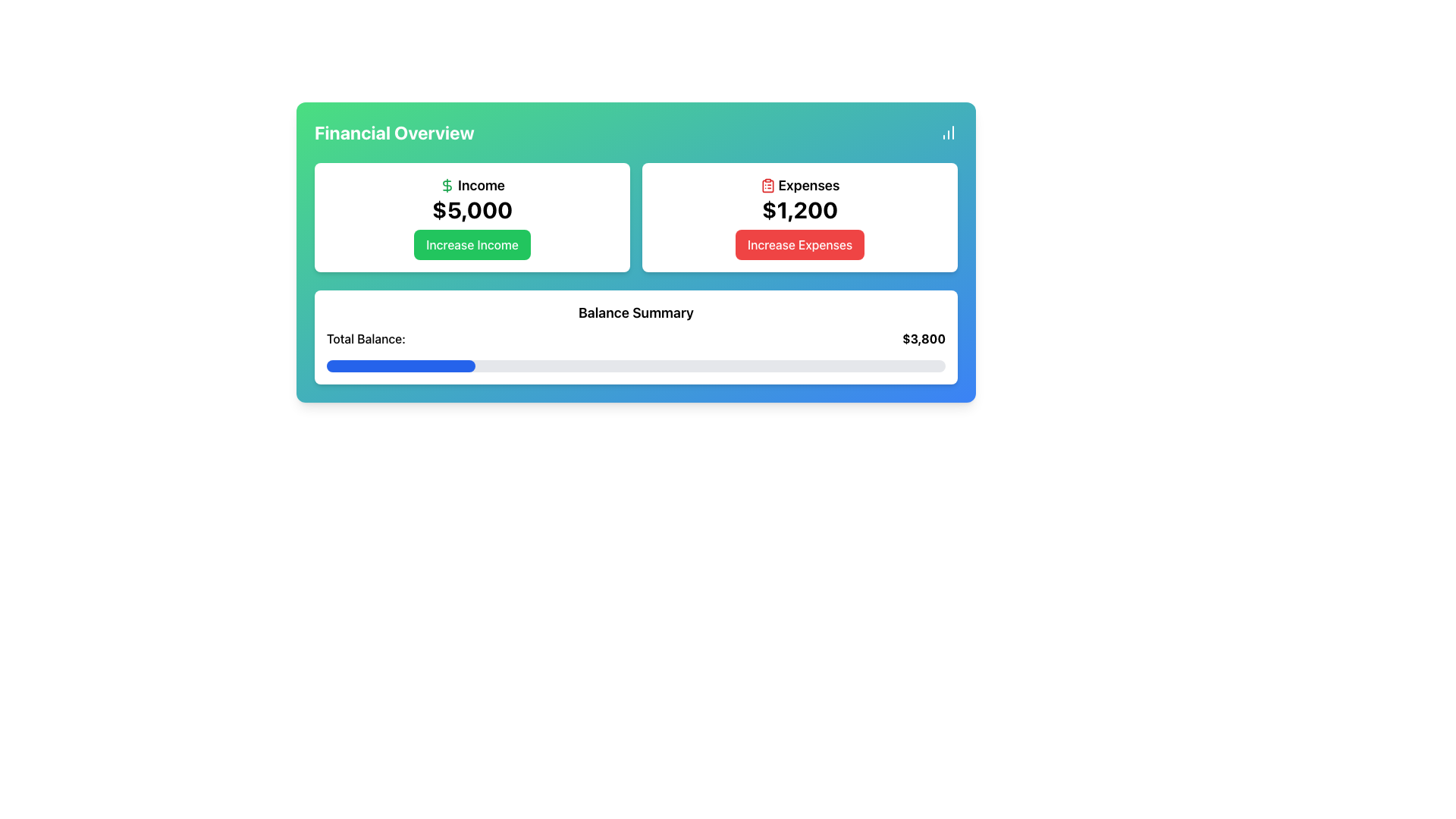 The width and height of the screenshot is (1456, 819). Describe the element at coordinates (636, 336) in the screenshot. I see `the Informational Card displaying the user's balance summary, located in the Financial Overview section, centered horizontally and positioned below Income and Expenses` at that location.